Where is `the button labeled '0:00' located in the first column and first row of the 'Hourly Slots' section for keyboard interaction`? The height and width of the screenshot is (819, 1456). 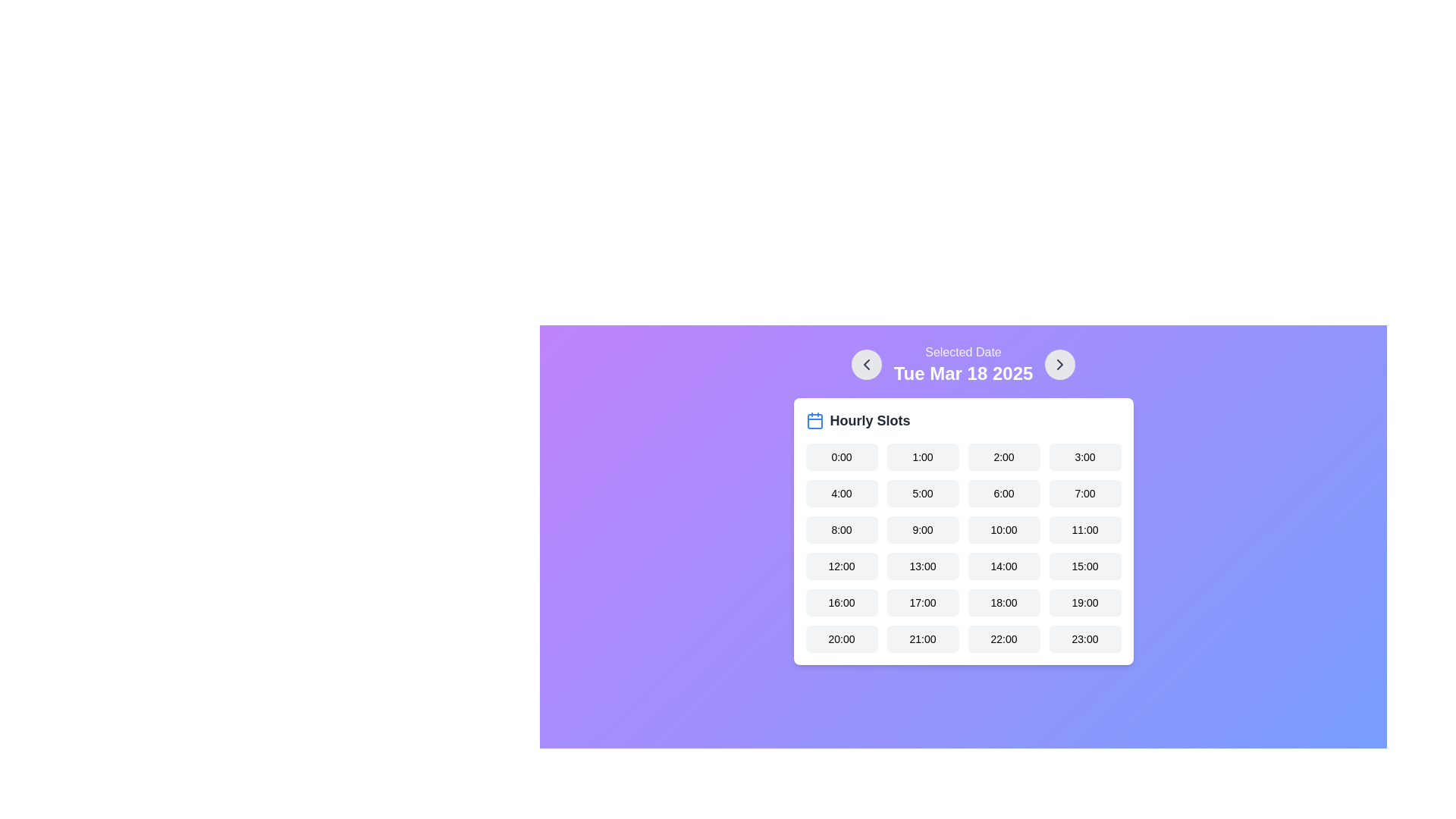
the button labeled '0:00' located in the first column and first row of the 'Hourly Slots' section for keyboard interaction is located at coordinates (840, 456).